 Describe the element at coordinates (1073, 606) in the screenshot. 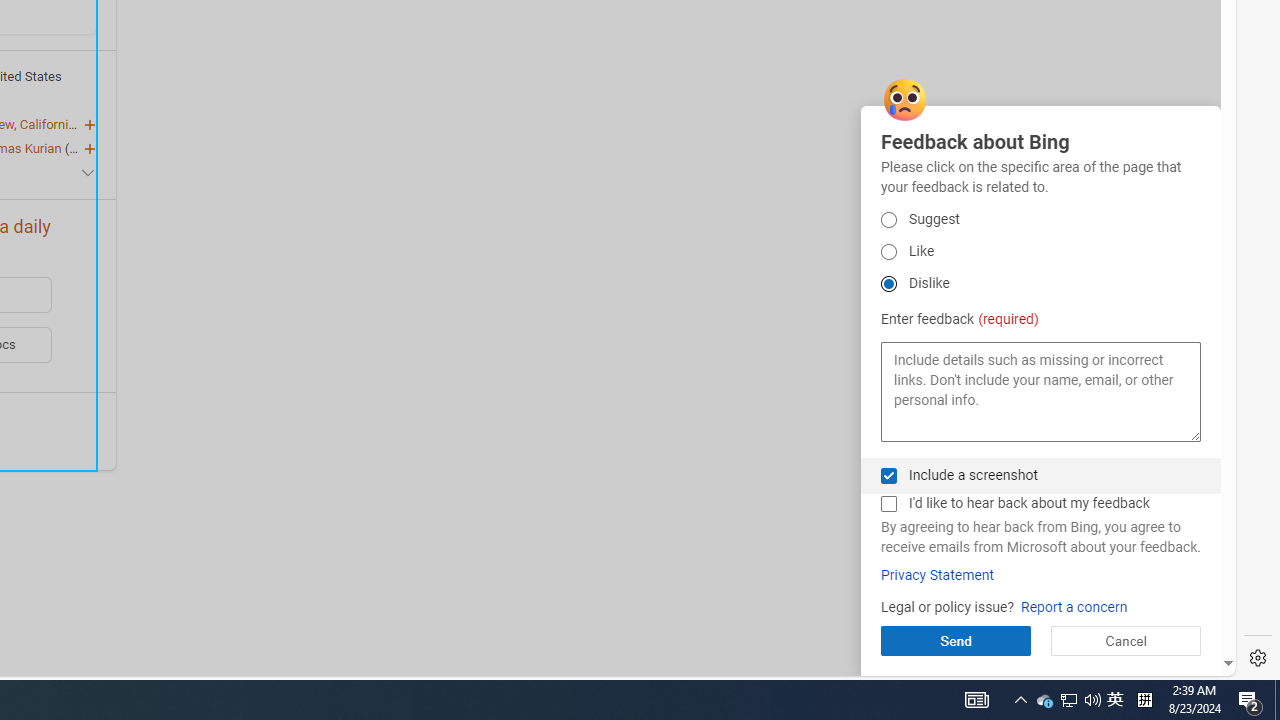

I see `'Report a concern'` at that location.